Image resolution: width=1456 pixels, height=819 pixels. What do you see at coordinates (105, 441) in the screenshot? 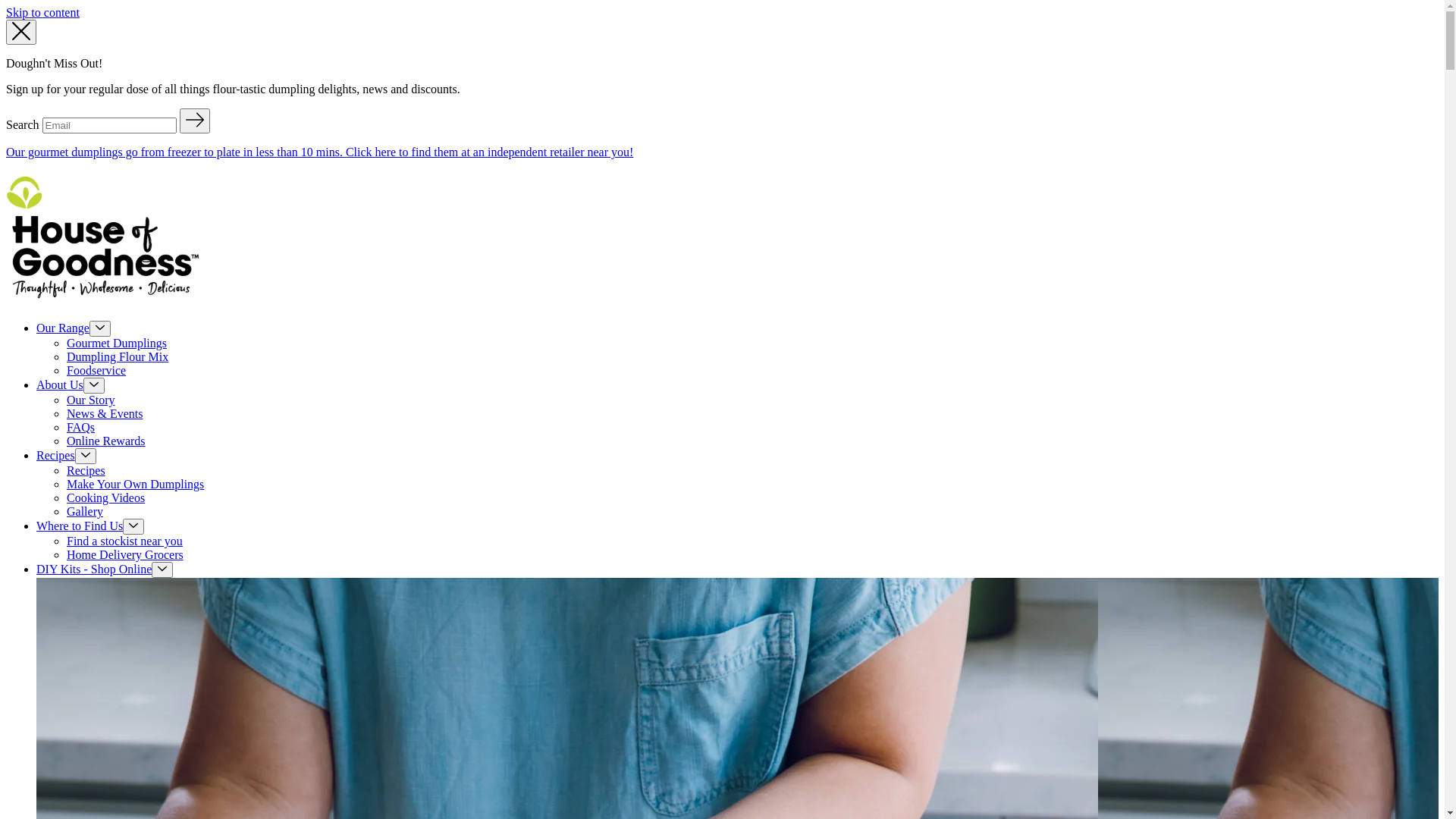
I see `'Online Rewards'` at bounding box center [105, 441].